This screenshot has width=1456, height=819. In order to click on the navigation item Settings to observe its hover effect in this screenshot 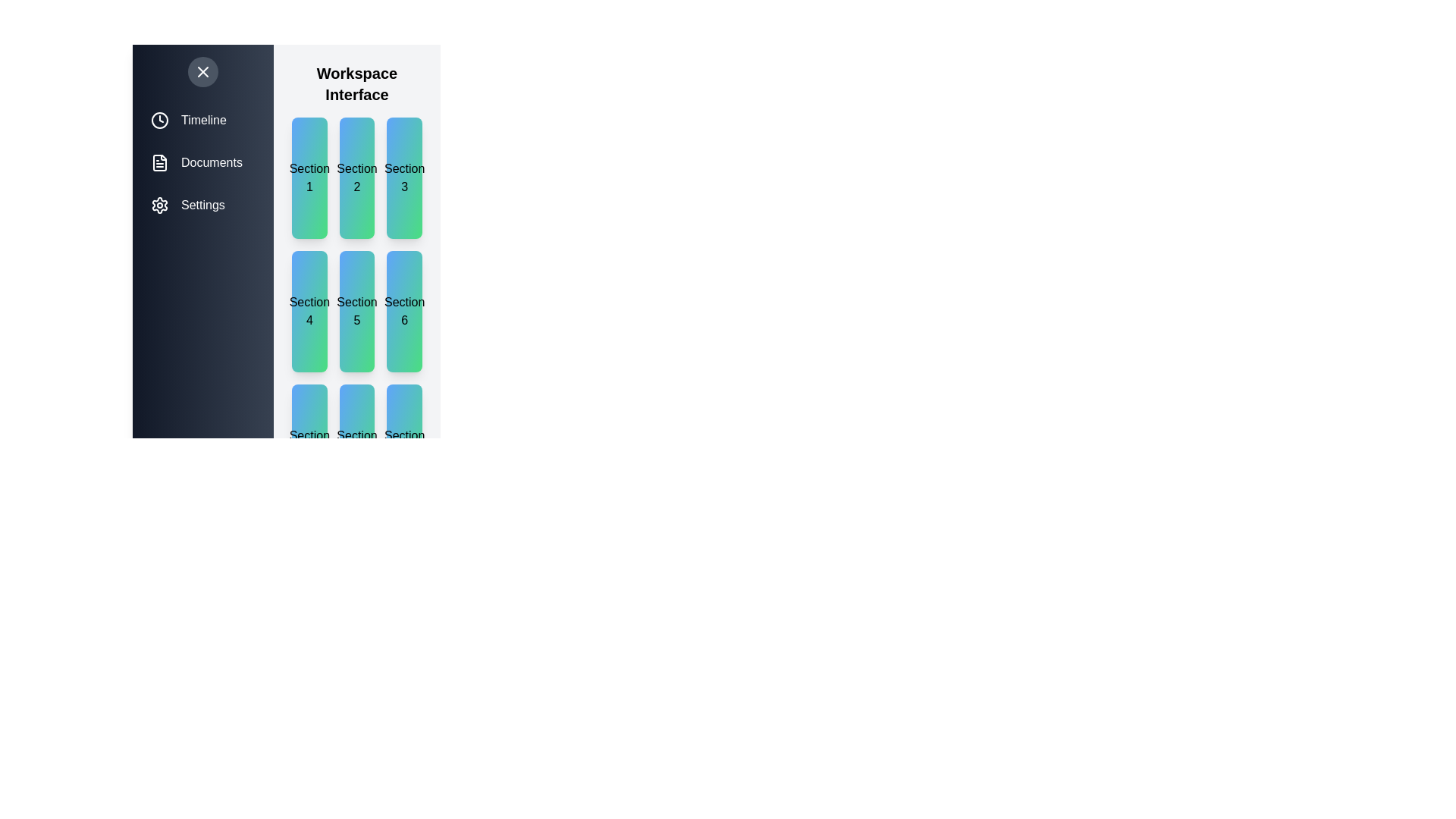, I will do `click(202, 205)`.